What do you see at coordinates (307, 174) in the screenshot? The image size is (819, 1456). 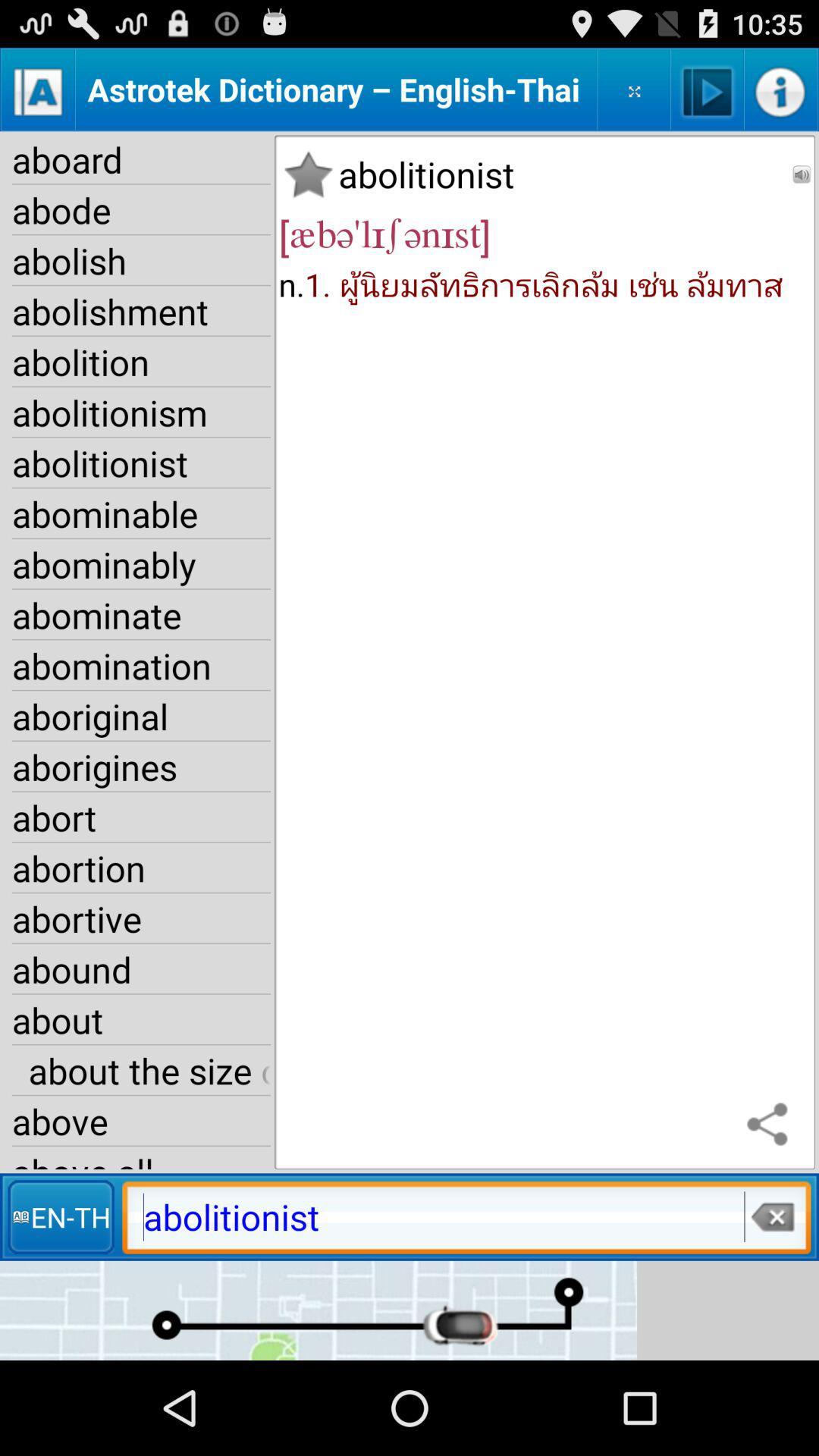 I see `app to the left of the abolitionist icon` at bounding box center [307, 174].